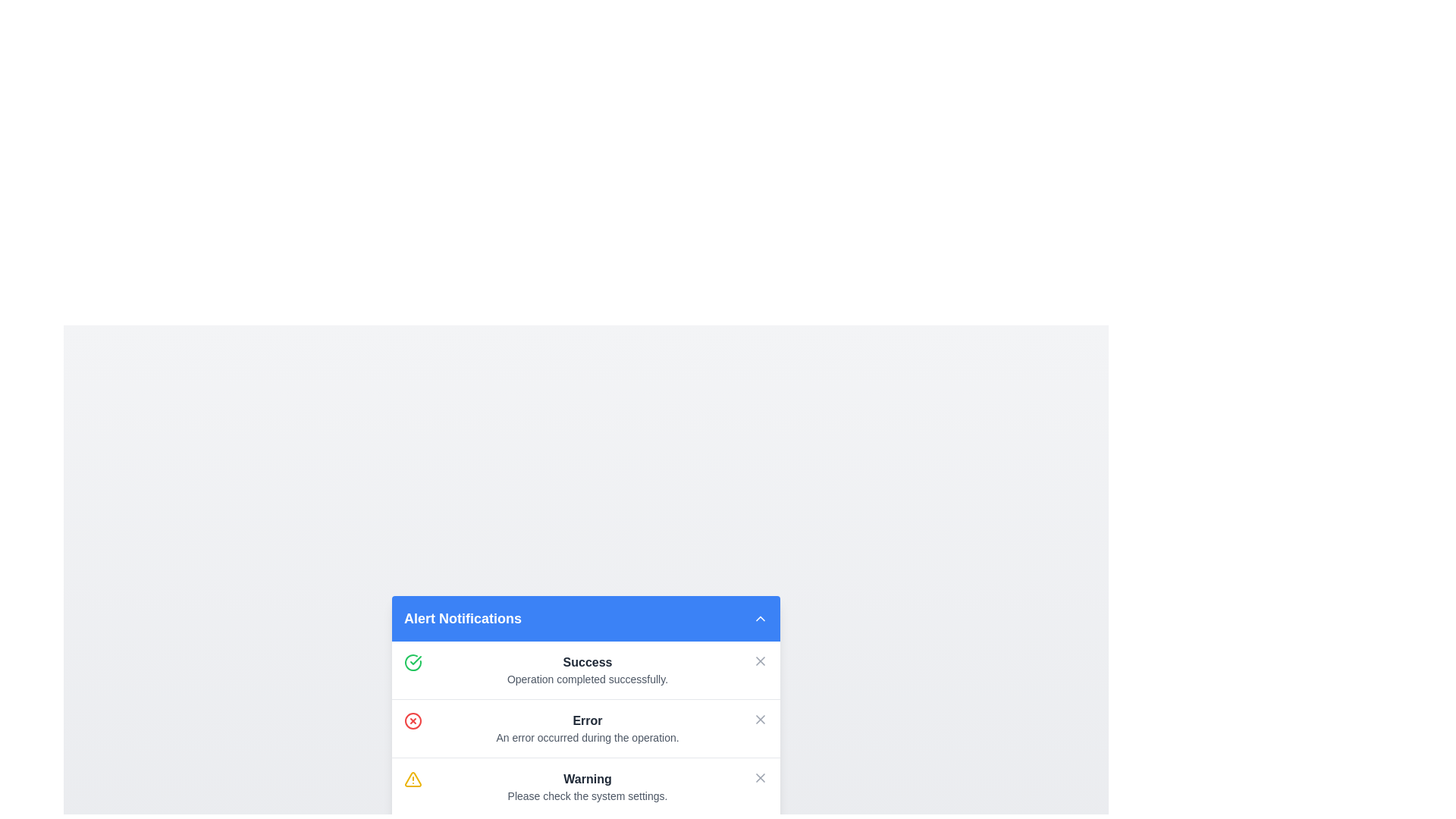  I want to click on the icon that indicates an action to close or dismiss the associated notification message, located to the right of the 'Error' label in the 'Alert Notifications' panel, in the third row of messages, so click(761, 718).